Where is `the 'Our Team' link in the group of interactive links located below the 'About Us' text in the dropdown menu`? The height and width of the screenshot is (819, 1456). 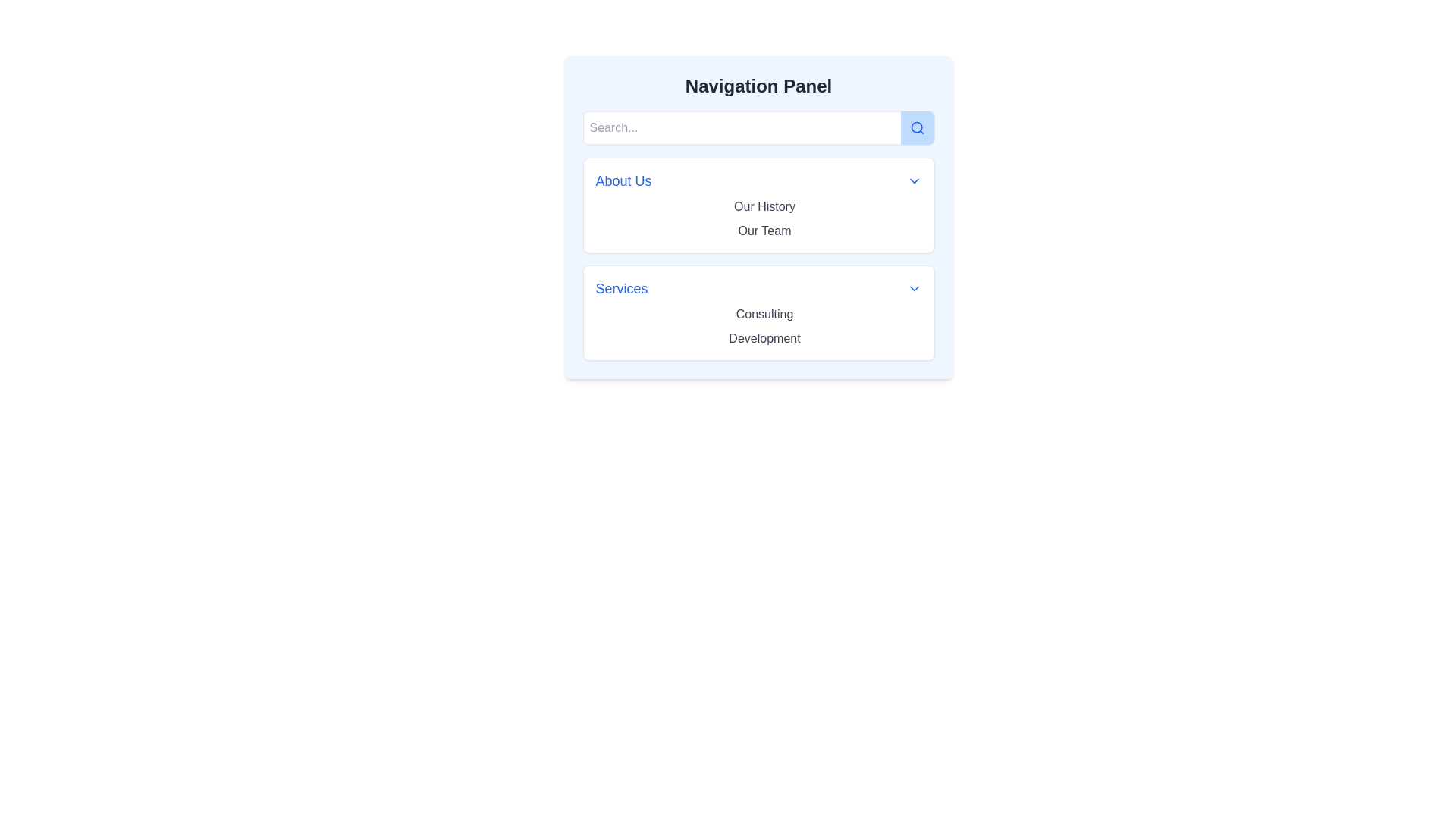 the 'Our Team' link in the group of interactive links located below the 'About Us' text in the dropdown menu is located at coordinates (758, 219).